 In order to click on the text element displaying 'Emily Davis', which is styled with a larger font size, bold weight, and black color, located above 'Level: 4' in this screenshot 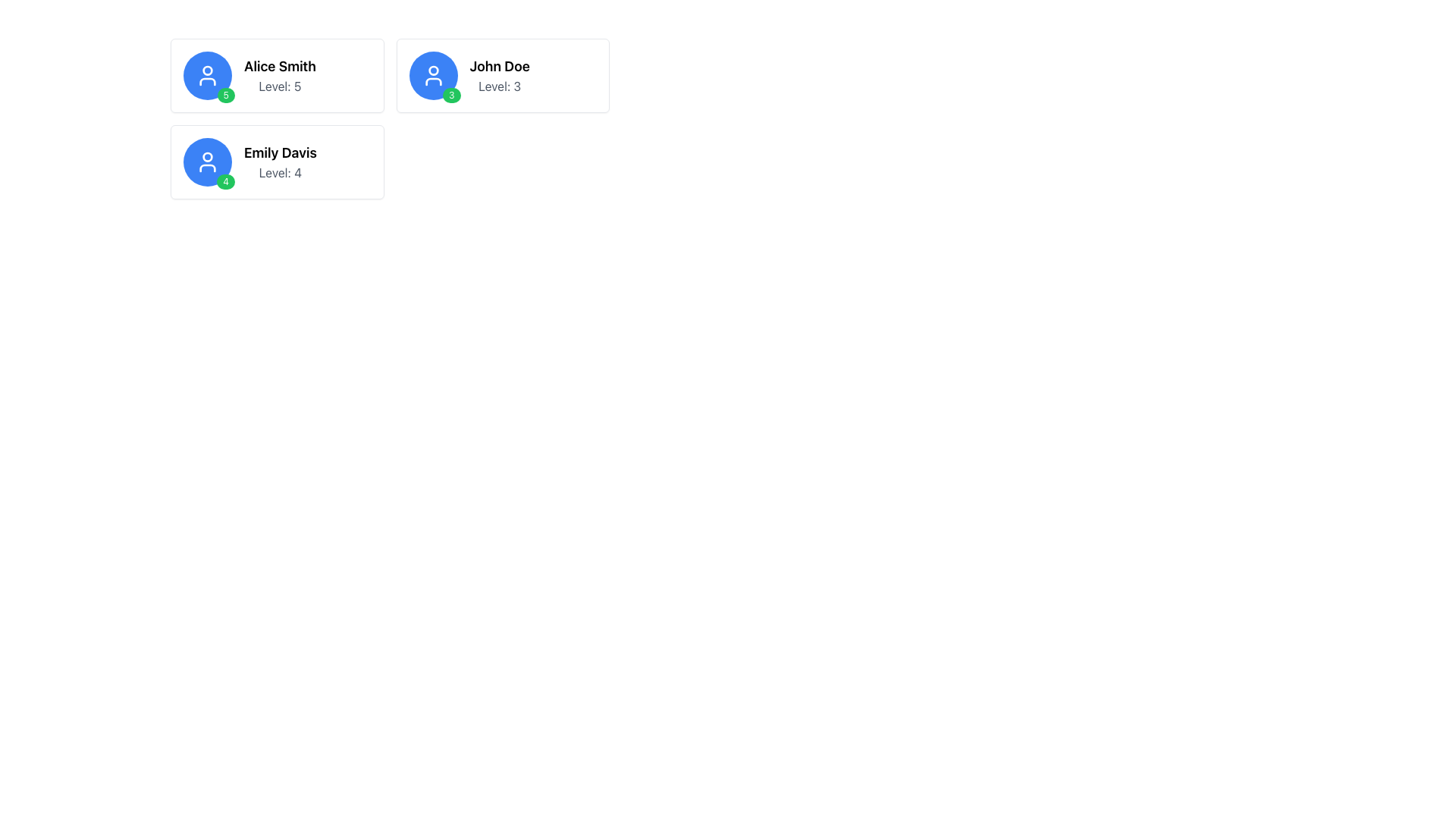, I will do `click(280, 152)`.